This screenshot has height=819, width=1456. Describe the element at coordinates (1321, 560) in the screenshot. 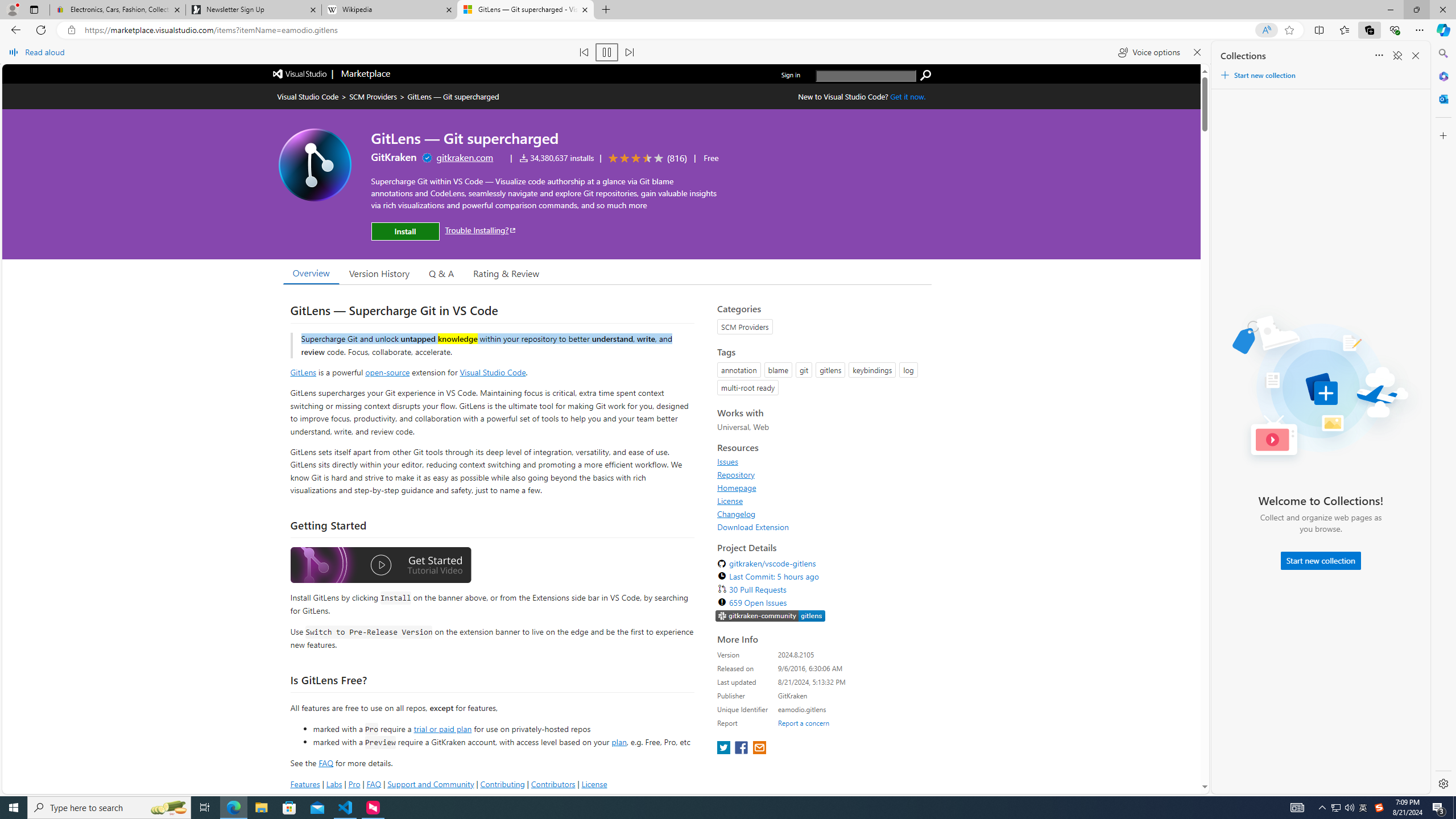

I see `'Start new collection'` at that location.